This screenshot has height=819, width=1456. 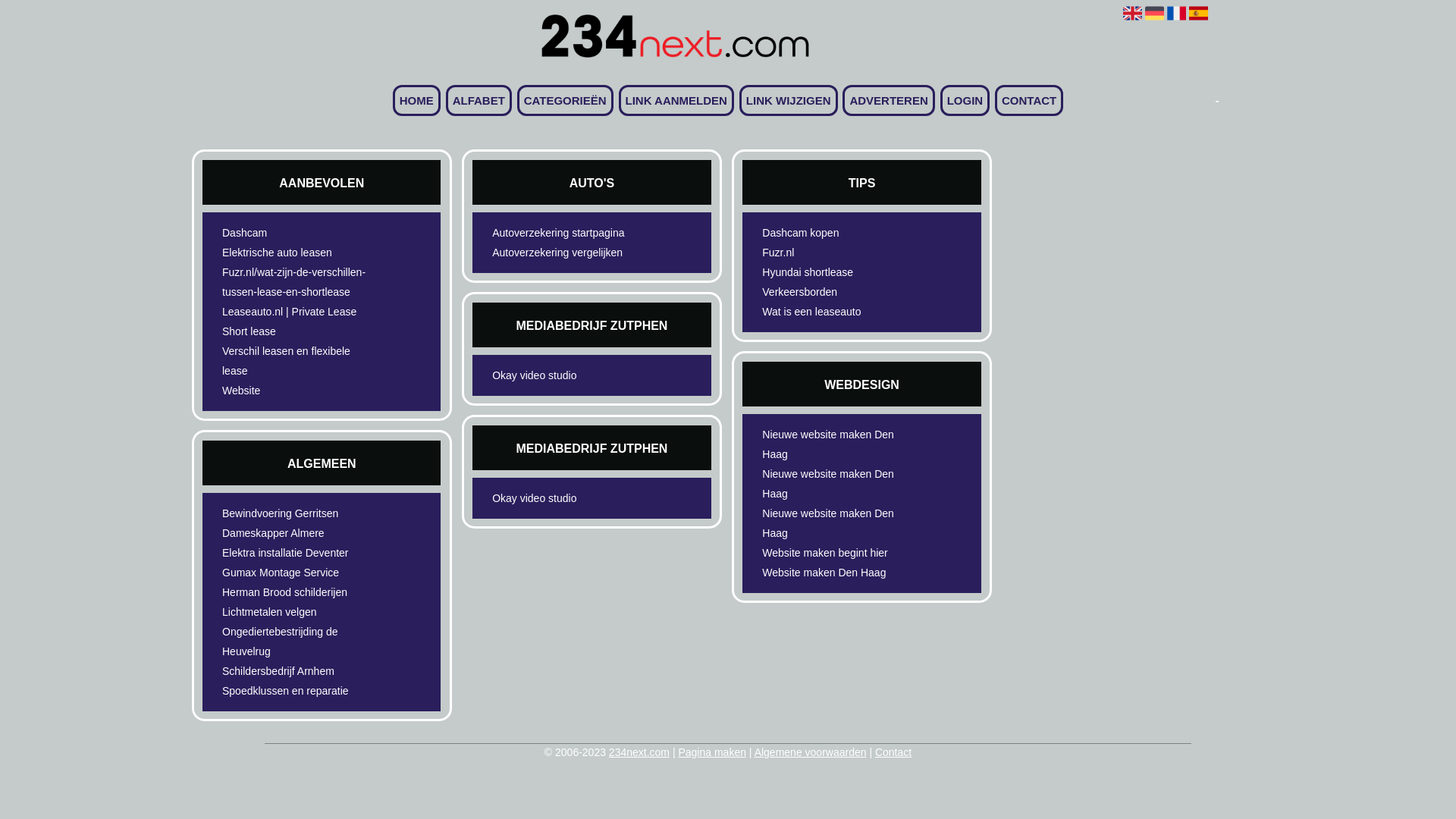 I want to click on 'Verkeersborden', so click(x=835, y=292).